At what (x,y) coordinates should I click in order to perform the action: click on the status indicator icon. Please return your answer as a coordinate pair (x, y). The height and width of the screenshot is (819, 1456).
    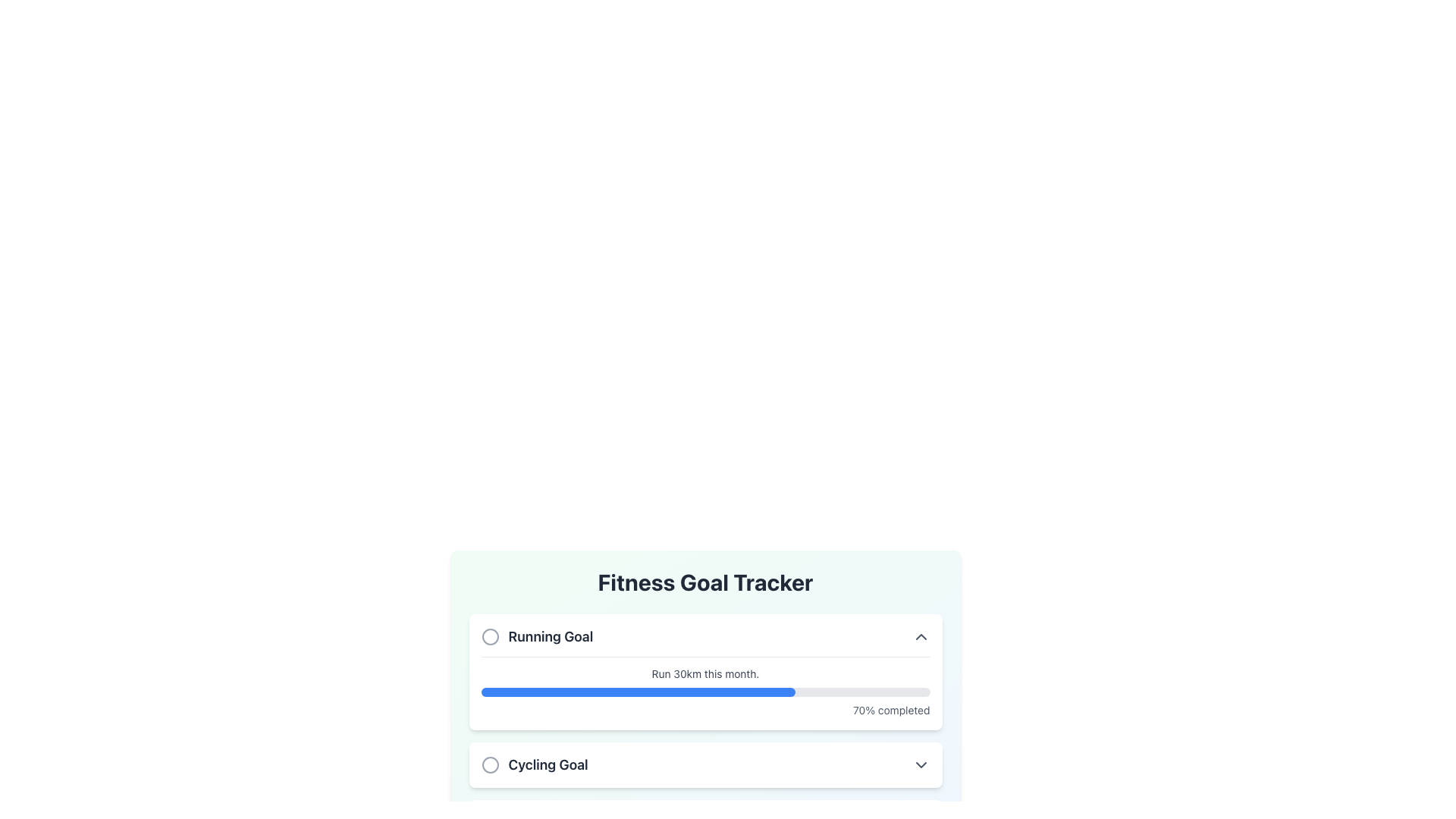
    Looking at the image, I should click on (490, 637).